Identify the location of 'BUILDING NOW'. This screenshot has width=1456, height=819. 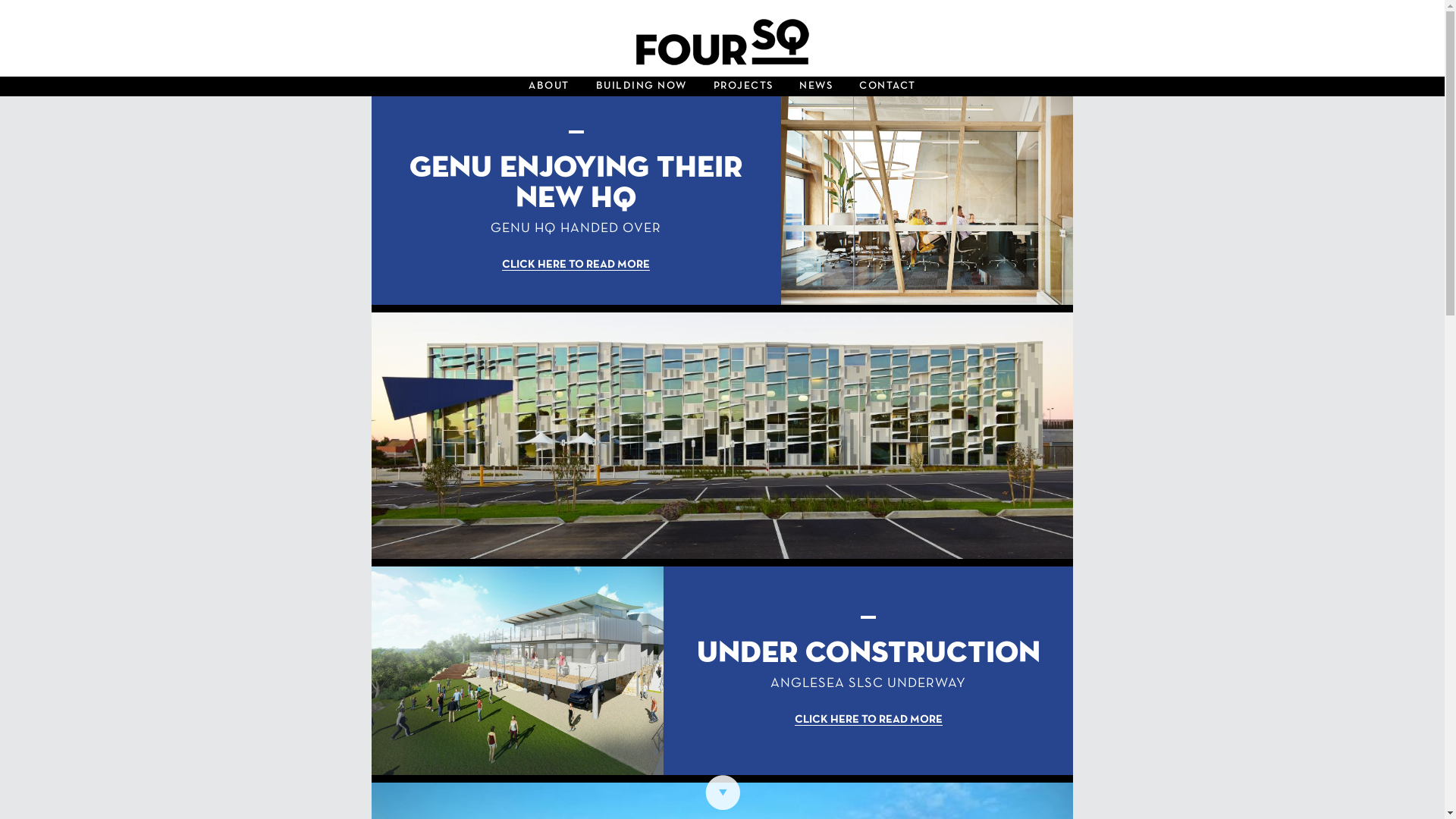
(582, 86).